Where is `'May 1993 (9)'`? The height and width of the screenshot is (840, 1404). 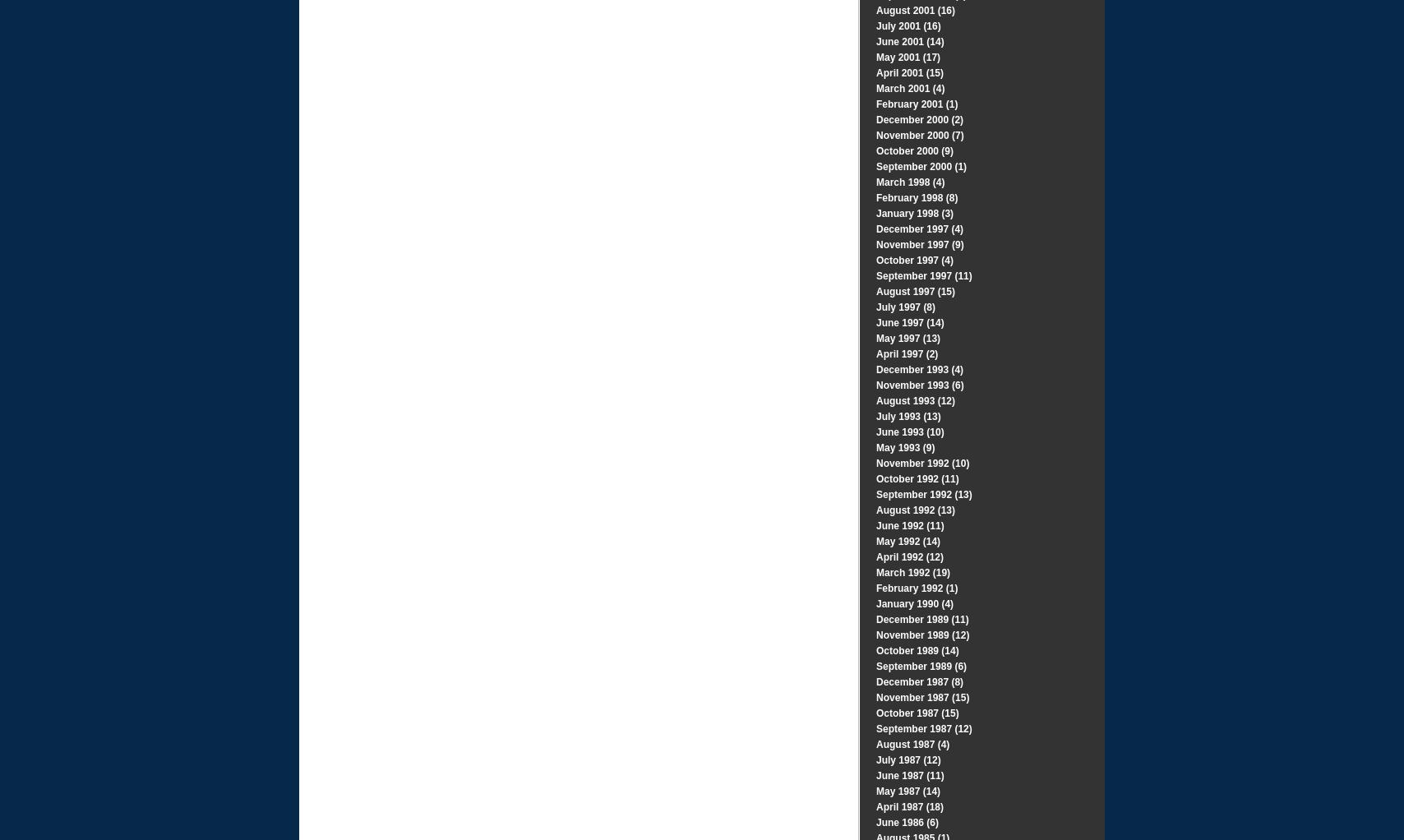
'May 1993 (9)' is located at coordinates (905, 447).